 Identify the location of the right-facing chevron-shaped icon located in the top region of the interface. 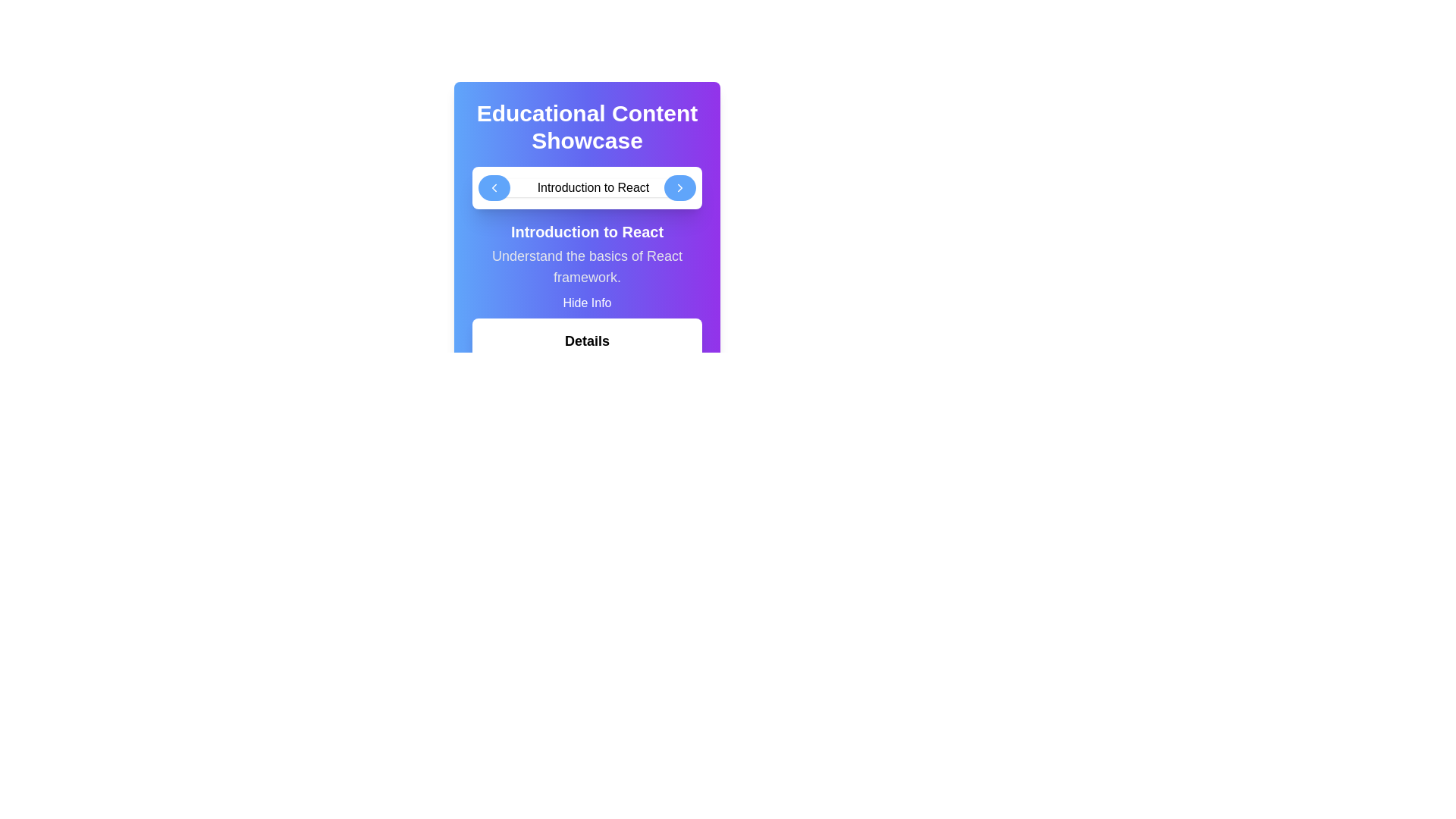
(679, 187).